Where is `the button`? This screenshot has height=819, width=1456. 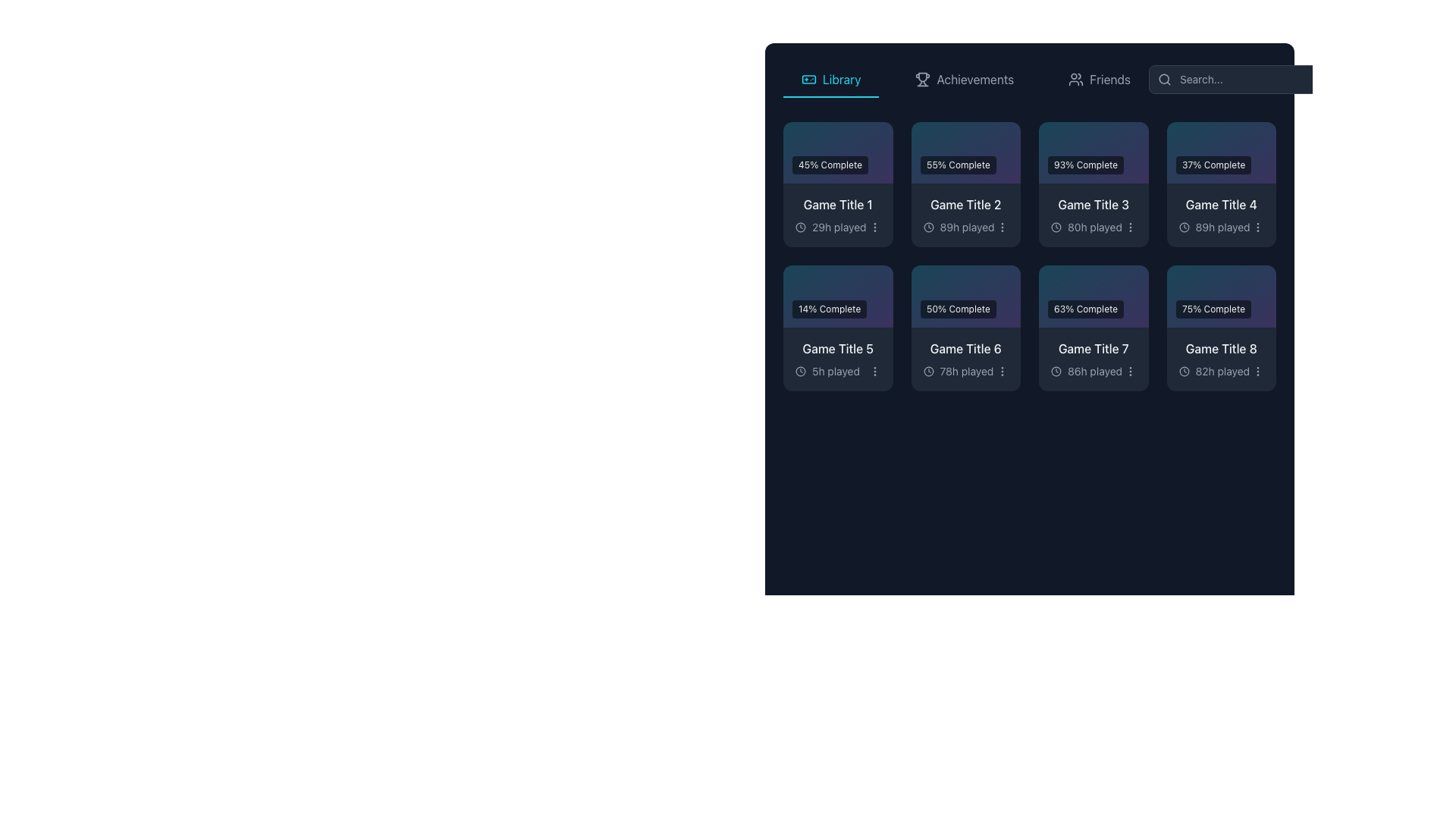 the button is located at coordinates (1002, 371).